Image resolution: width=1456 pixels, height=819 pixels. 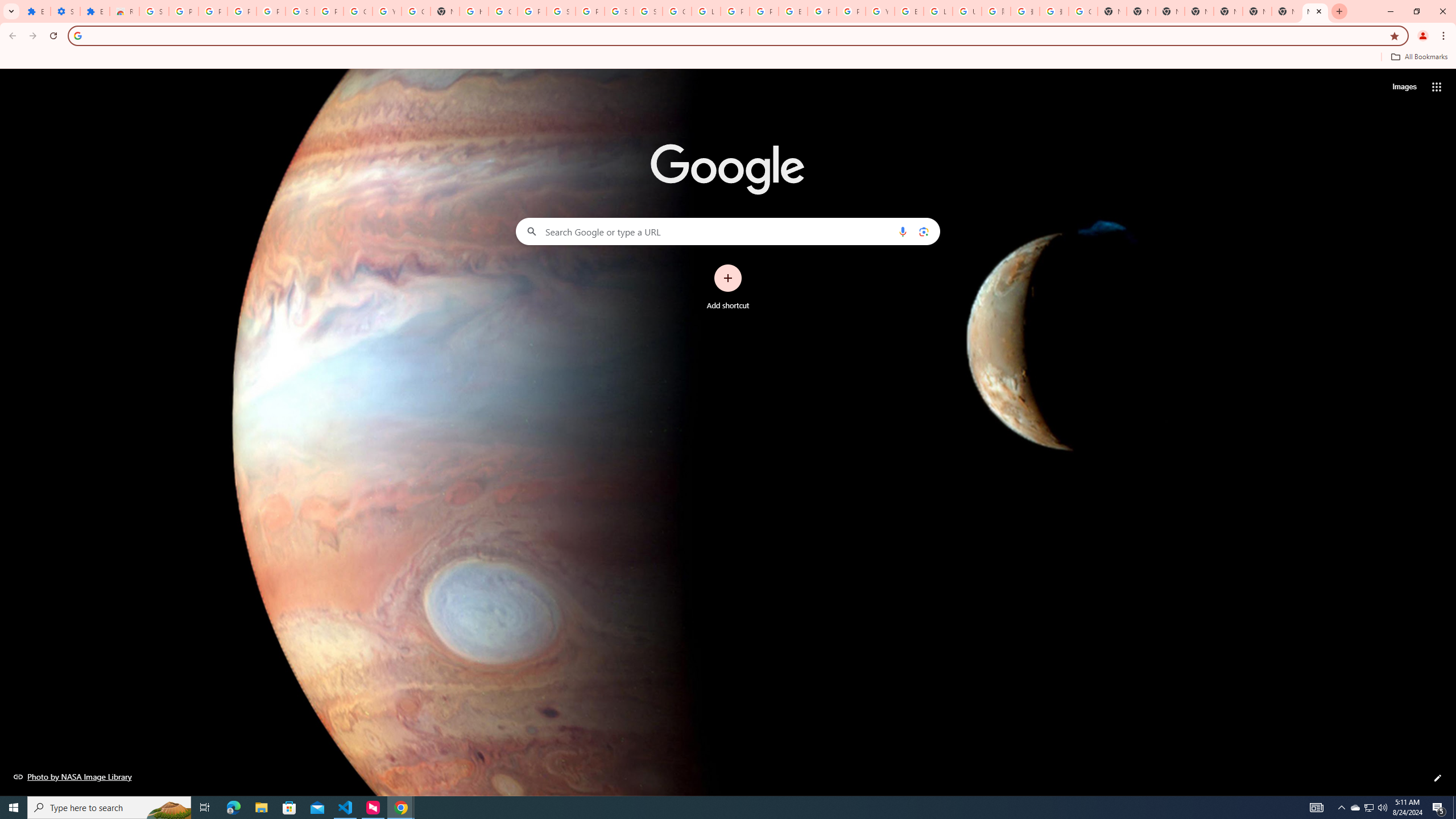 I want to click on 'New Tab', so click(x=1256, y=11).